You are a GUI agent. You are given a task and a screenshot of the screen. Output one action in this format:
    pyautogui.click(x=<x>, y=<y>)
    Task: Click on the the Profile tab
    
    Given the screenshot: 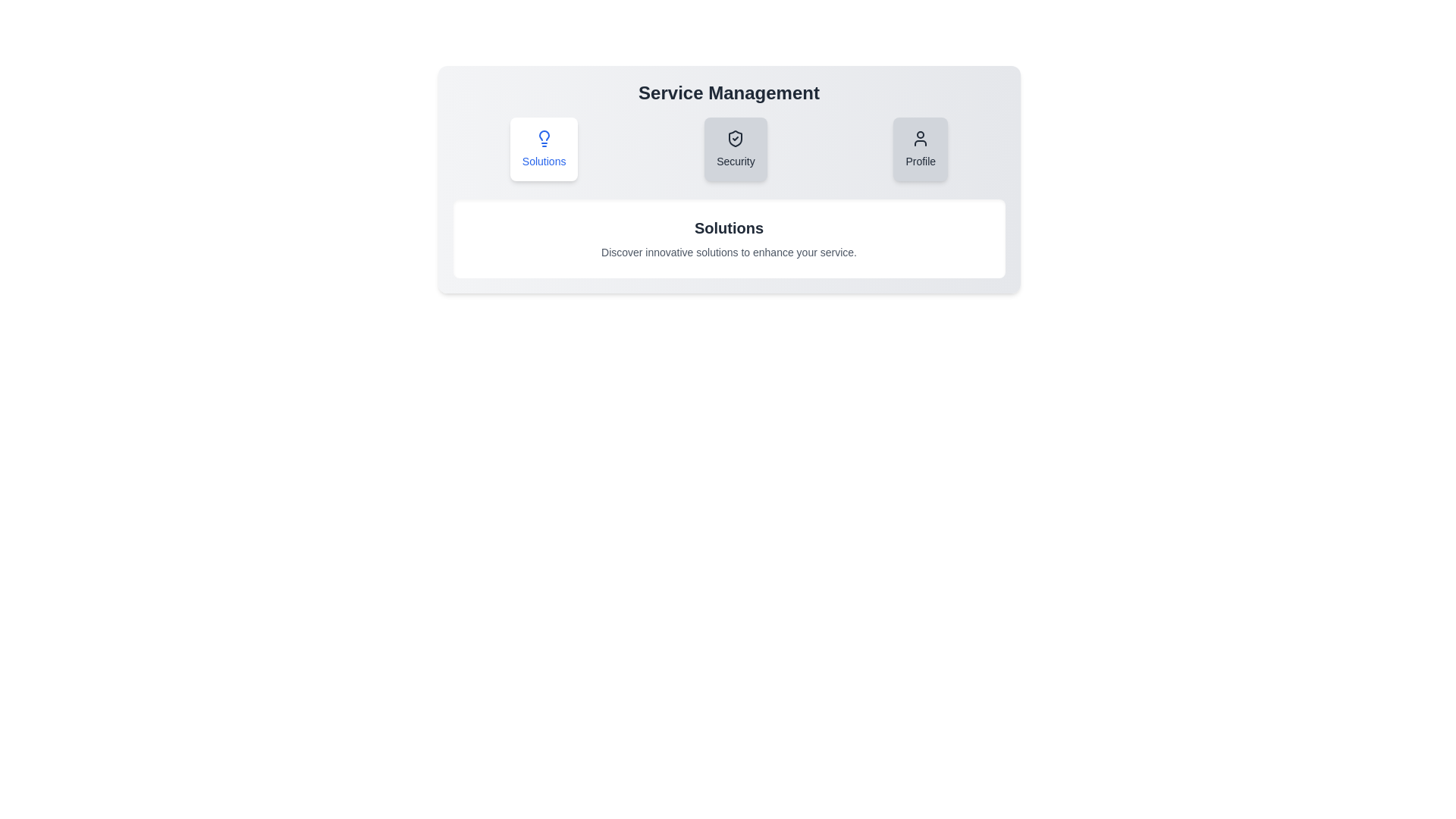 What is the action you would take?
    pyautogui.click(x=920, y=149)
    